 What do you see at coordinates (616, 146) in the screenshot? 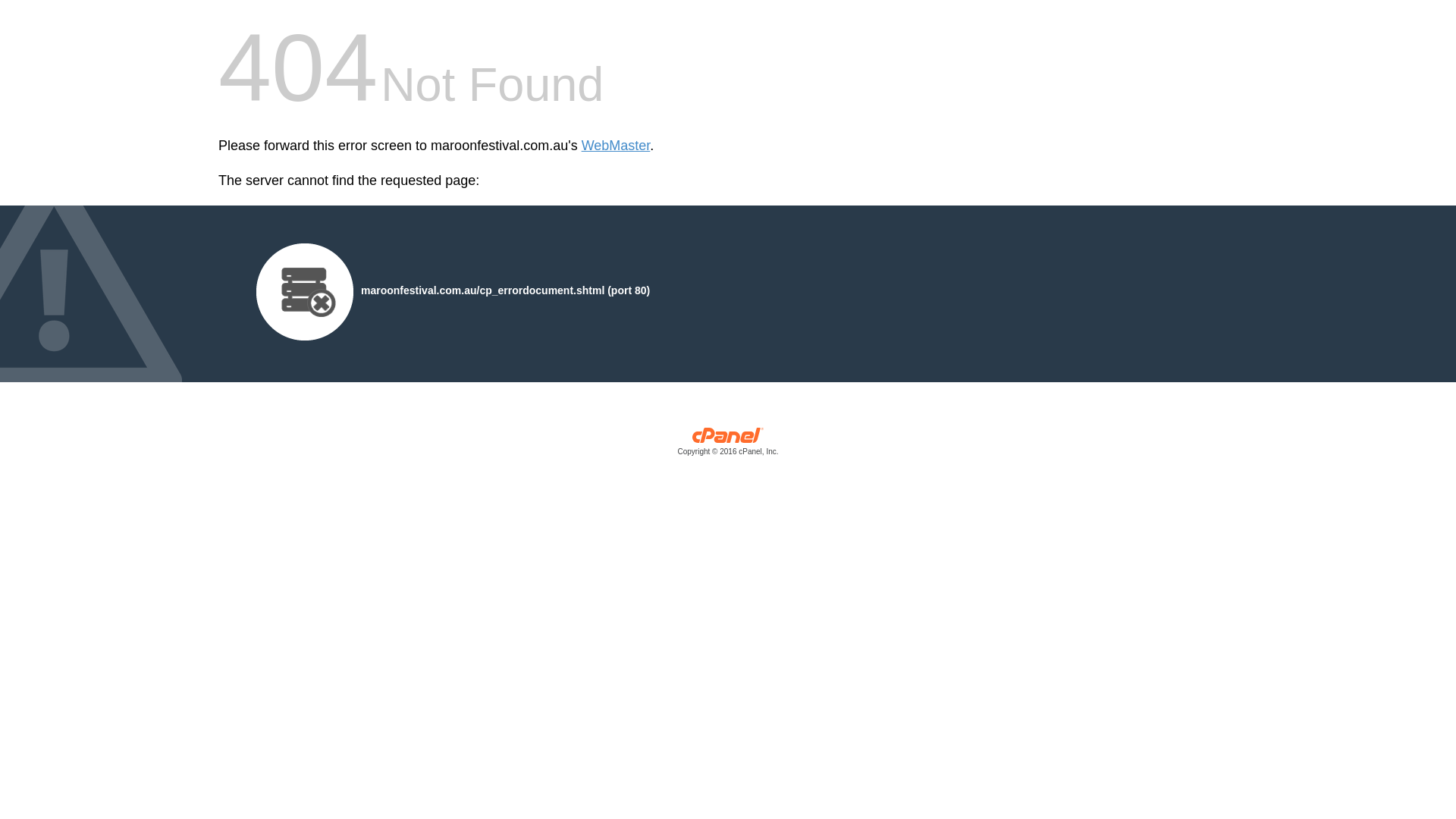
I see `'WebMaster'` at bounding box center [616, 146].